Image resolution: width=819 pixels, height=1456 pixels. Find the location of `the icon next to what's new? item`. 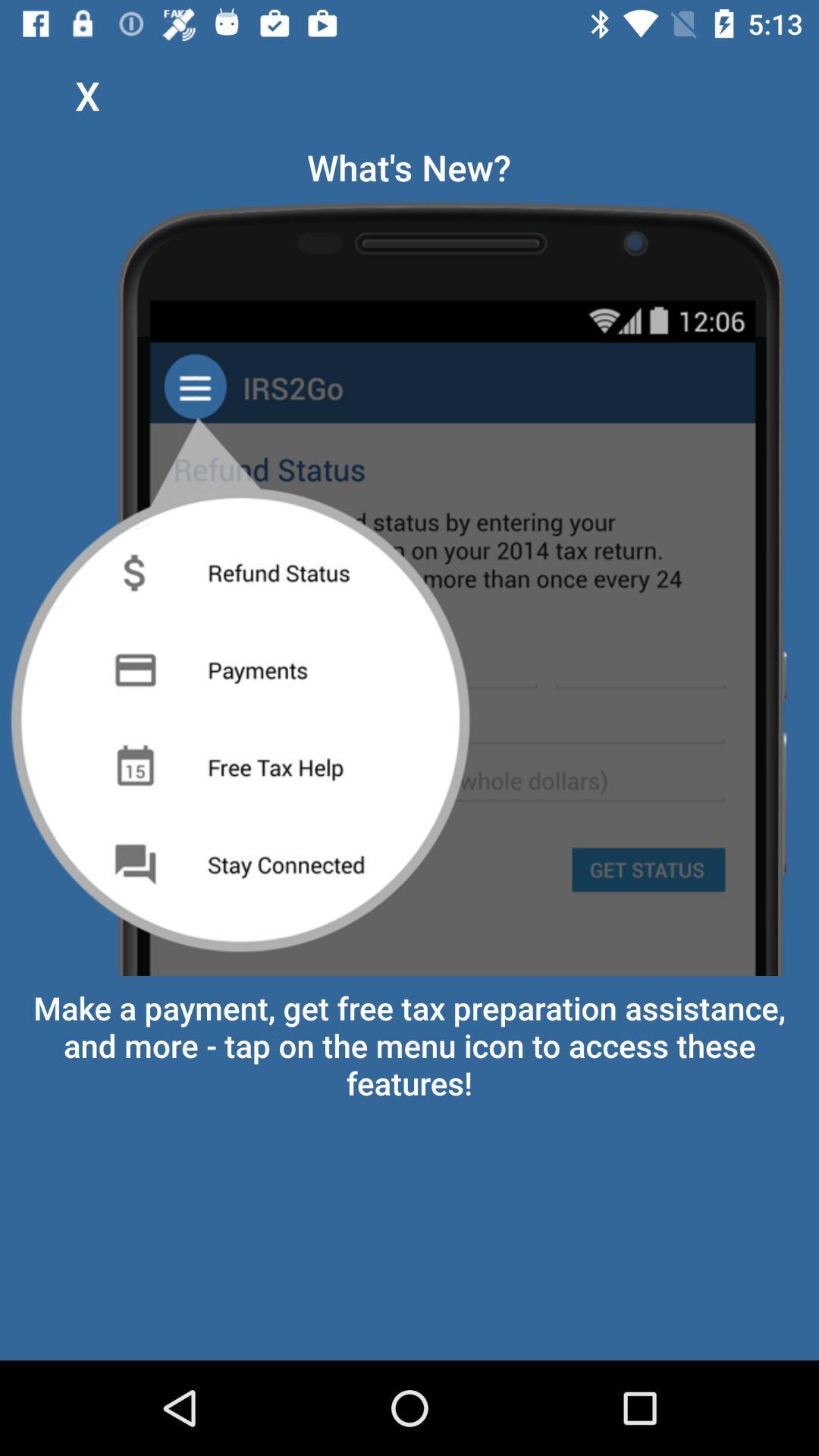

the icon next to what's new? item is located at coordinates (87, 94).